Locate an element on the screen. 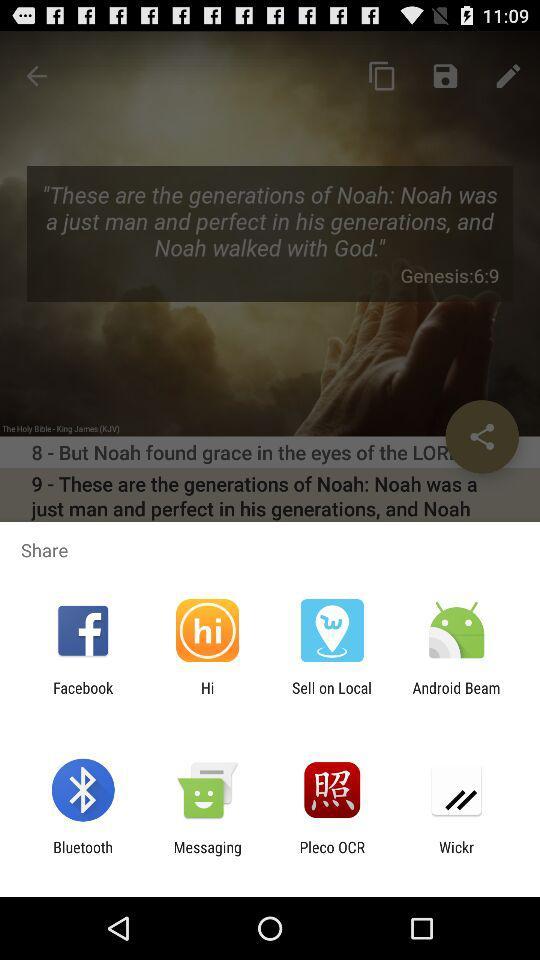 The image size is (540, 960). the item next to sell on local app is located at coordinates (206, 696).